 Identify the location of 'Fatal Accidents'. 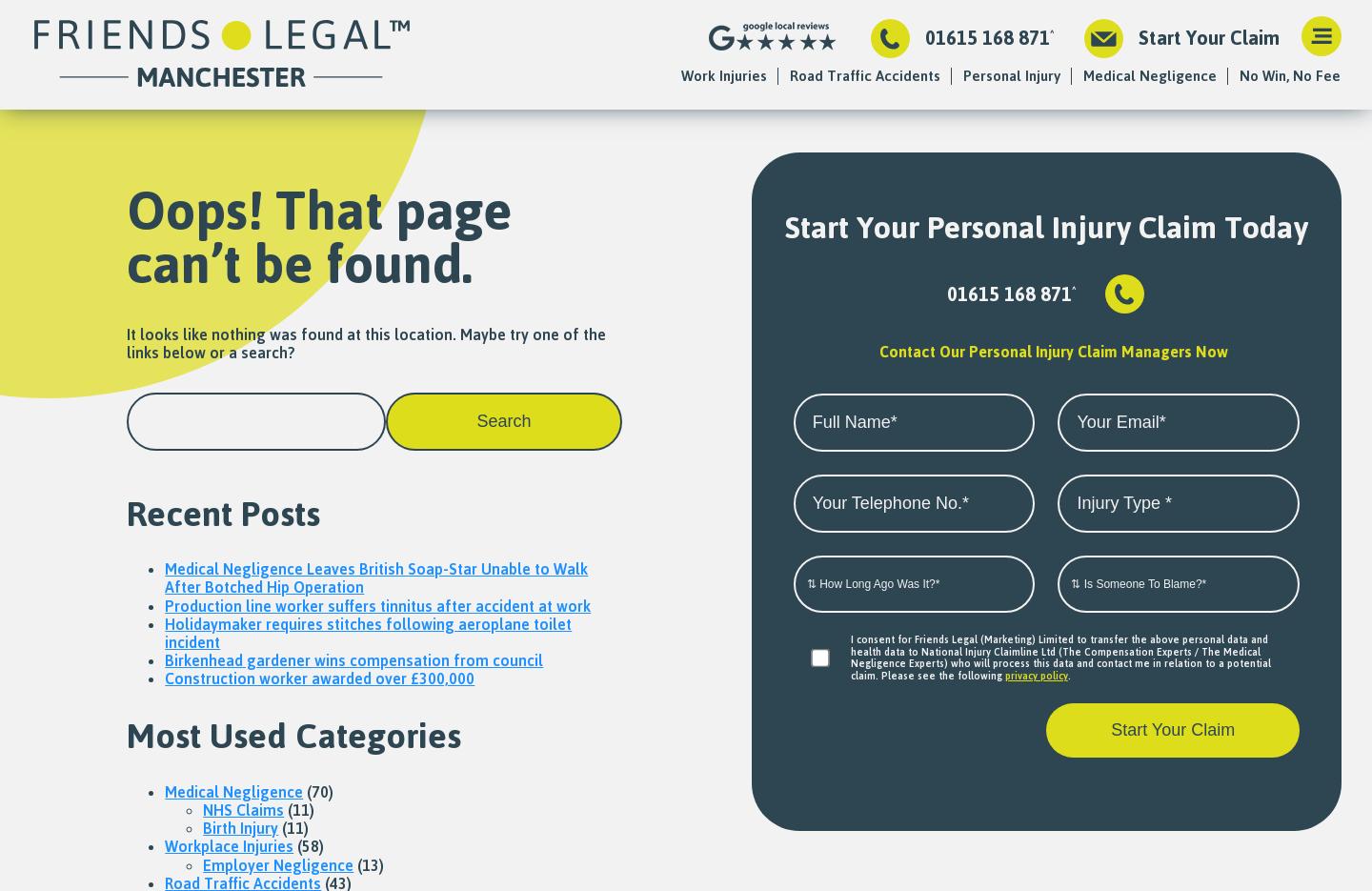
(993, 111).